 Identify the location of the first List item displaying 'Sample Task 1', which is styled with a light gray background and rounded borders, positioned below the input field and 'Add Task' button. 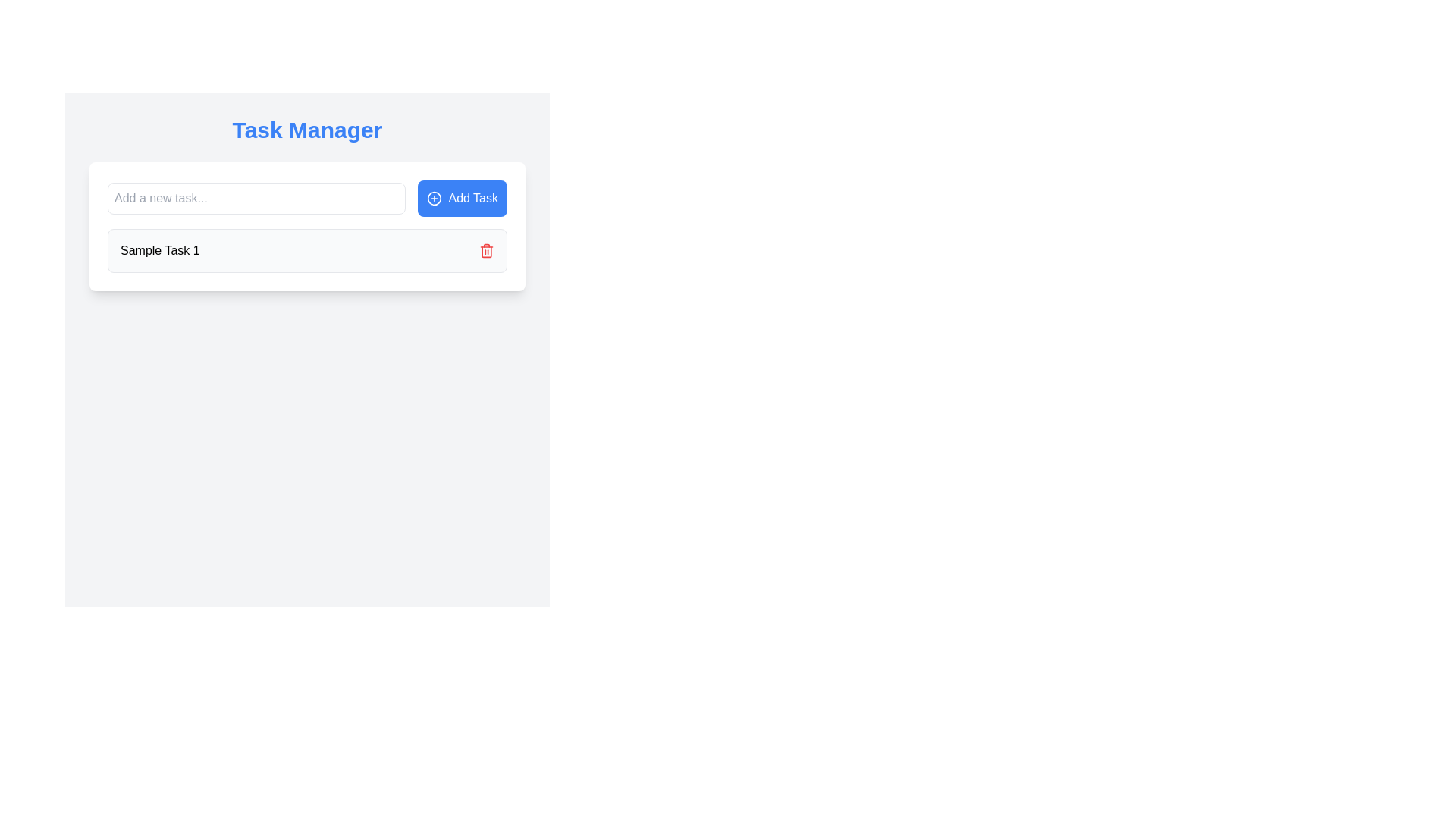
(306, 250).